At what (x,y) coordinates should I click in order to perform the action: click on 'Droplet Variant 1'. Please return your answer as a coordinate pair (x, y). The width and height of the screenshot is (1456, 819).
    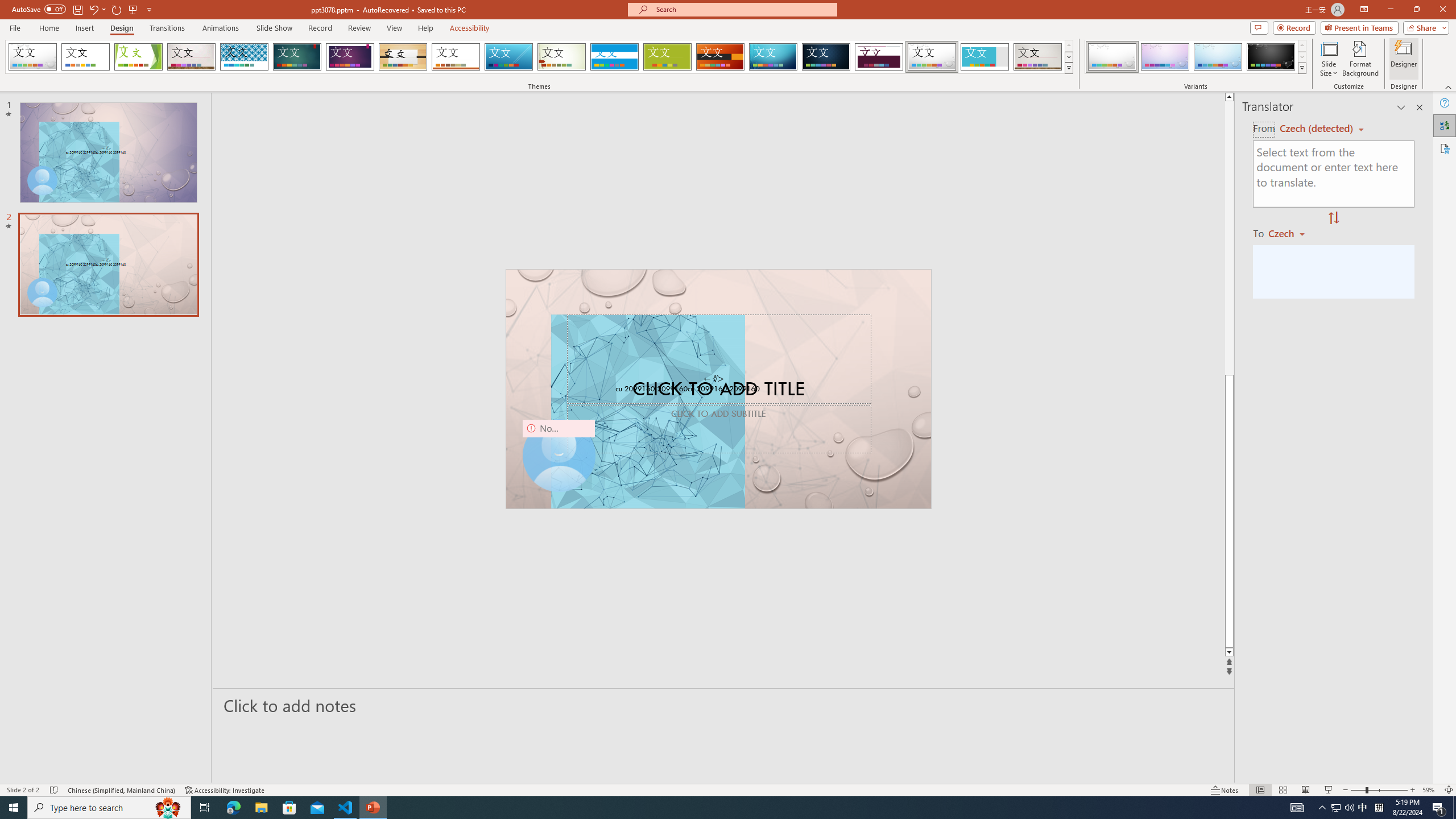
    Looking at the image, I should click on (1111, 56).